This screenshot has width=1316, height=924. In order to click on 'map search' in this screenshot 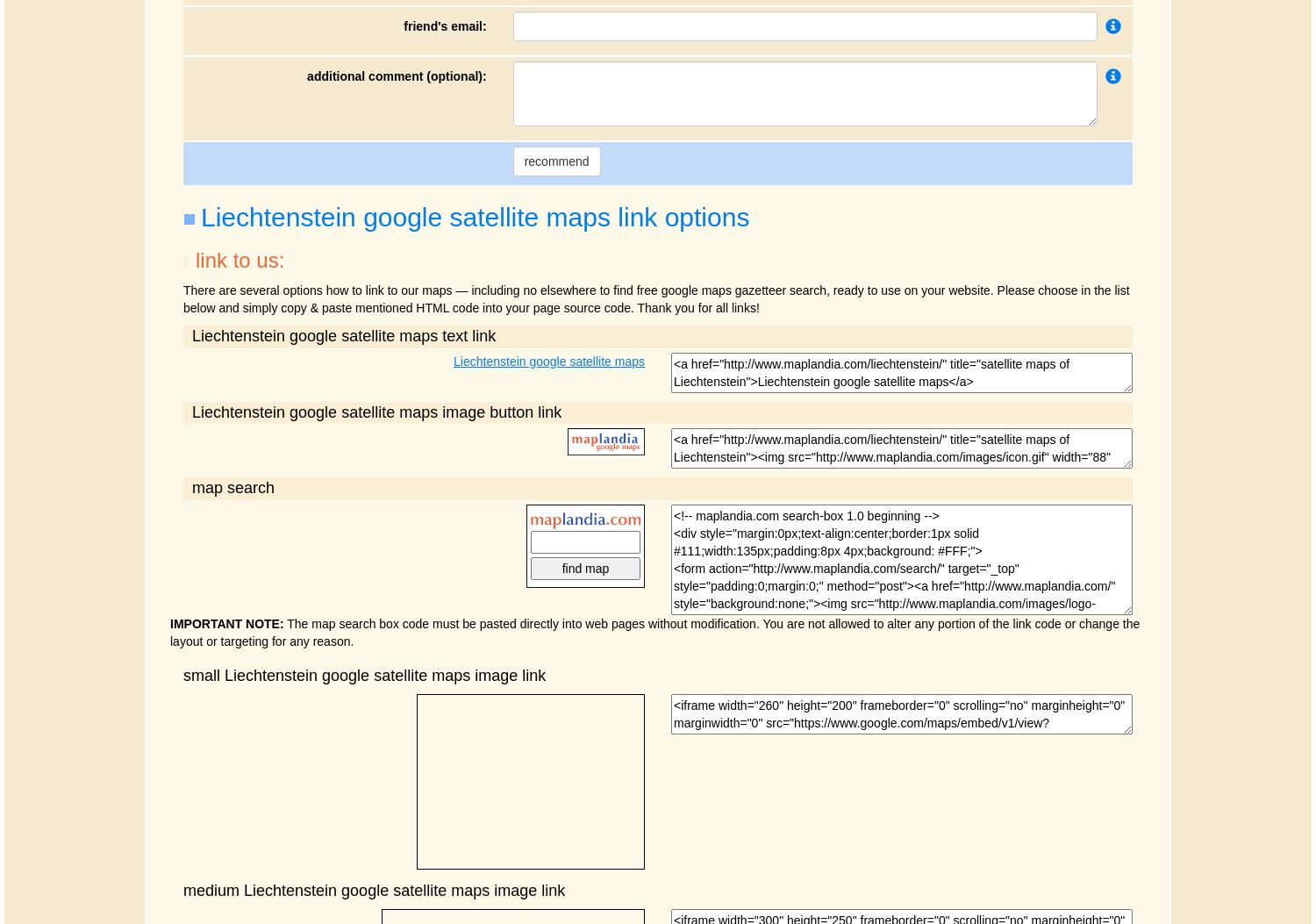, I will do `click(191, 486)`.